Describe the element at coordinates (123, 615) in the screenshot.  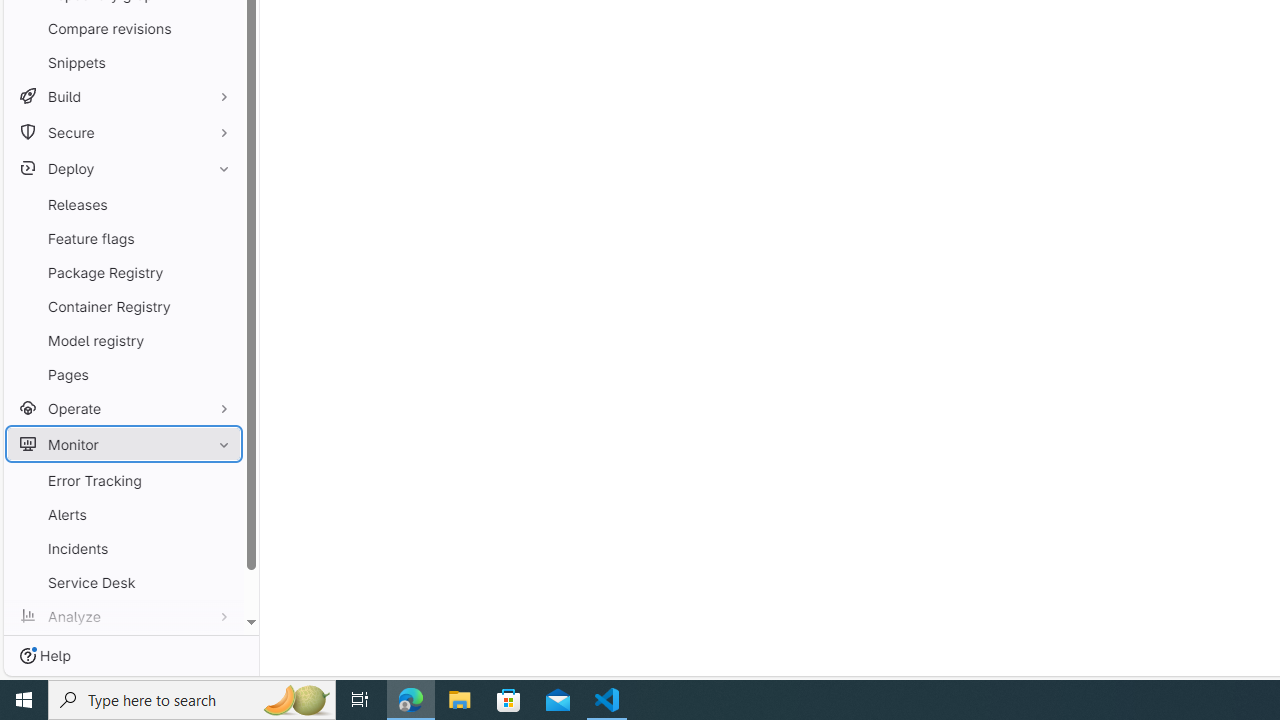
I see `'Analyze'` at that location.